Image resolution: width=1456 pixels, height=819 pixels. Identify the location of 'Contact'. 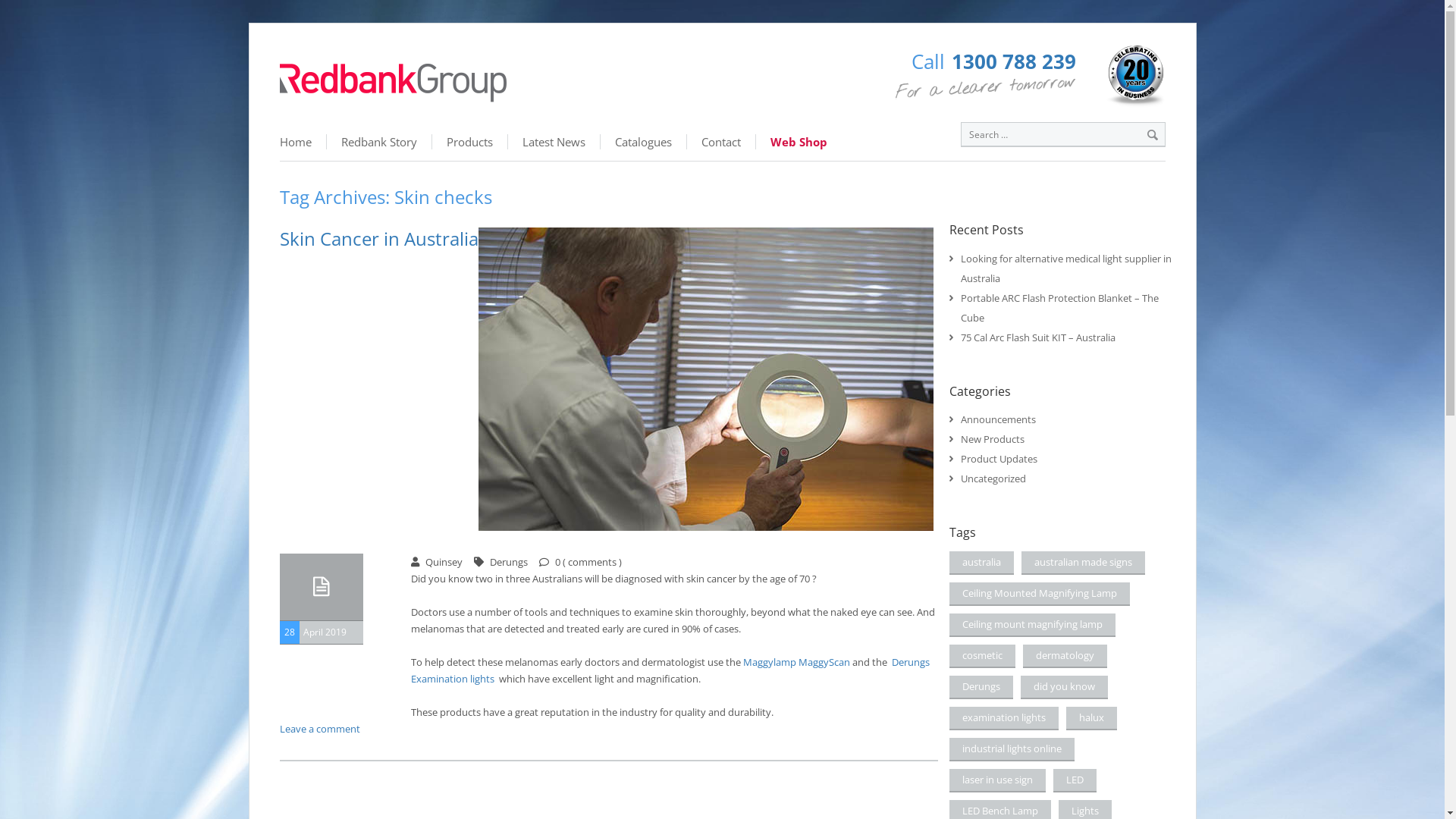
(686, 141).